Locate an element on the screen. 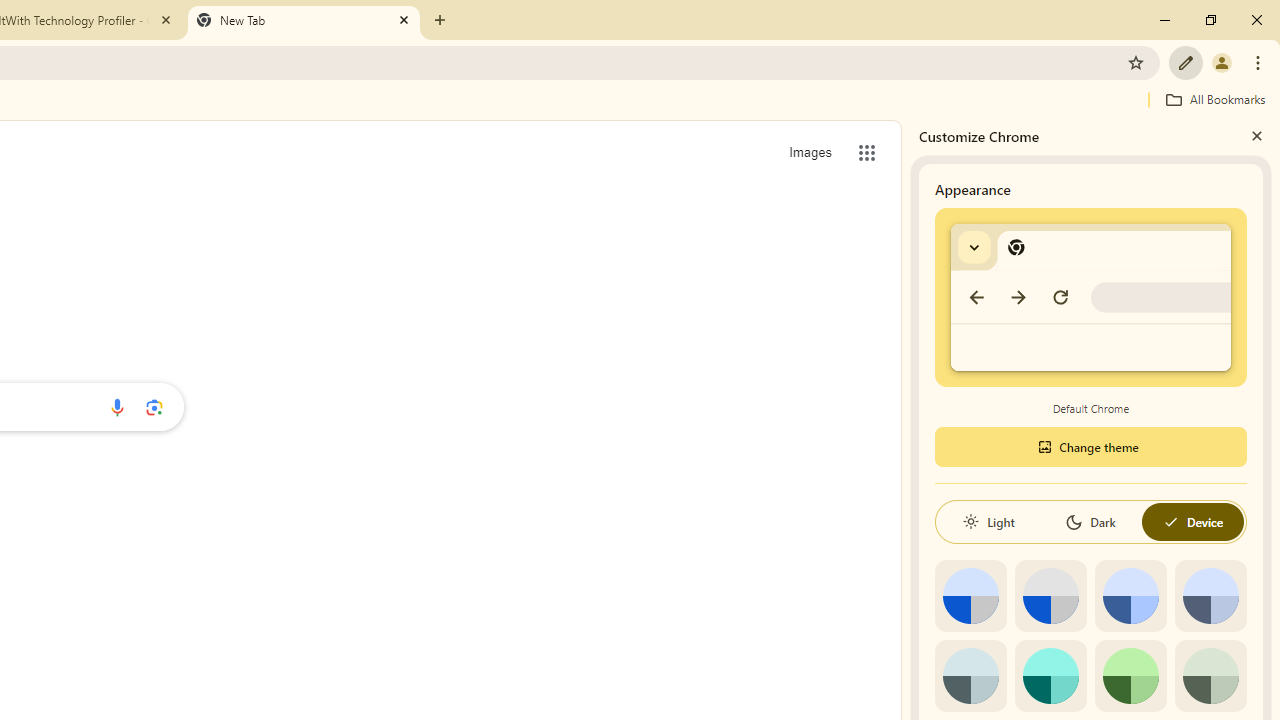  'Grey default color' is located at coordinates (1049, 595).